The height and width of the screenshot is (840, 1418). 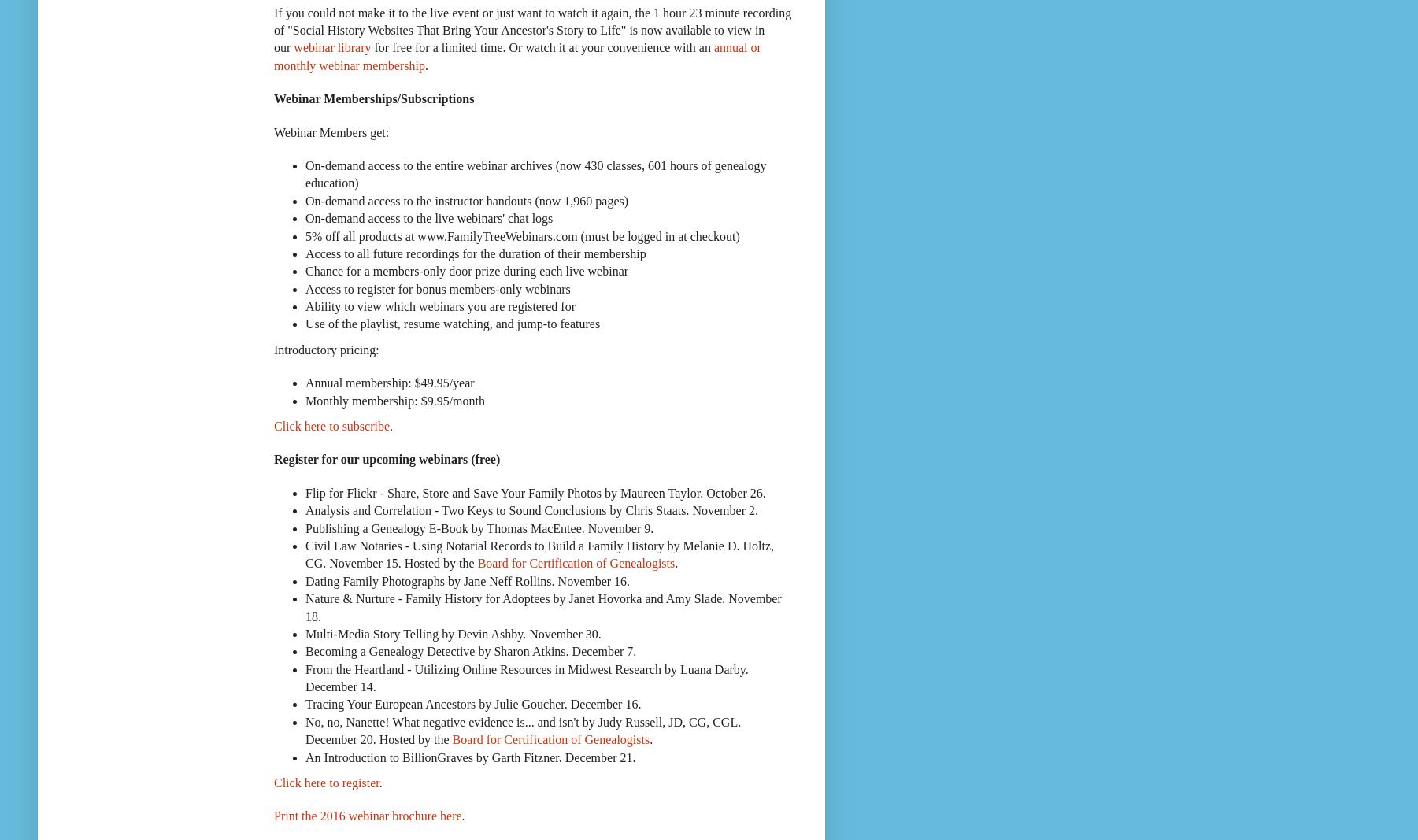 What do you see at coordinates (522, 730) in the screenshot?
I see `'No, no, Nanette! What negative evidence is... and isn't by Judy Russell, JD, CG, CGL. December 20. Hosted by the'` at bounding box center [522, 730].